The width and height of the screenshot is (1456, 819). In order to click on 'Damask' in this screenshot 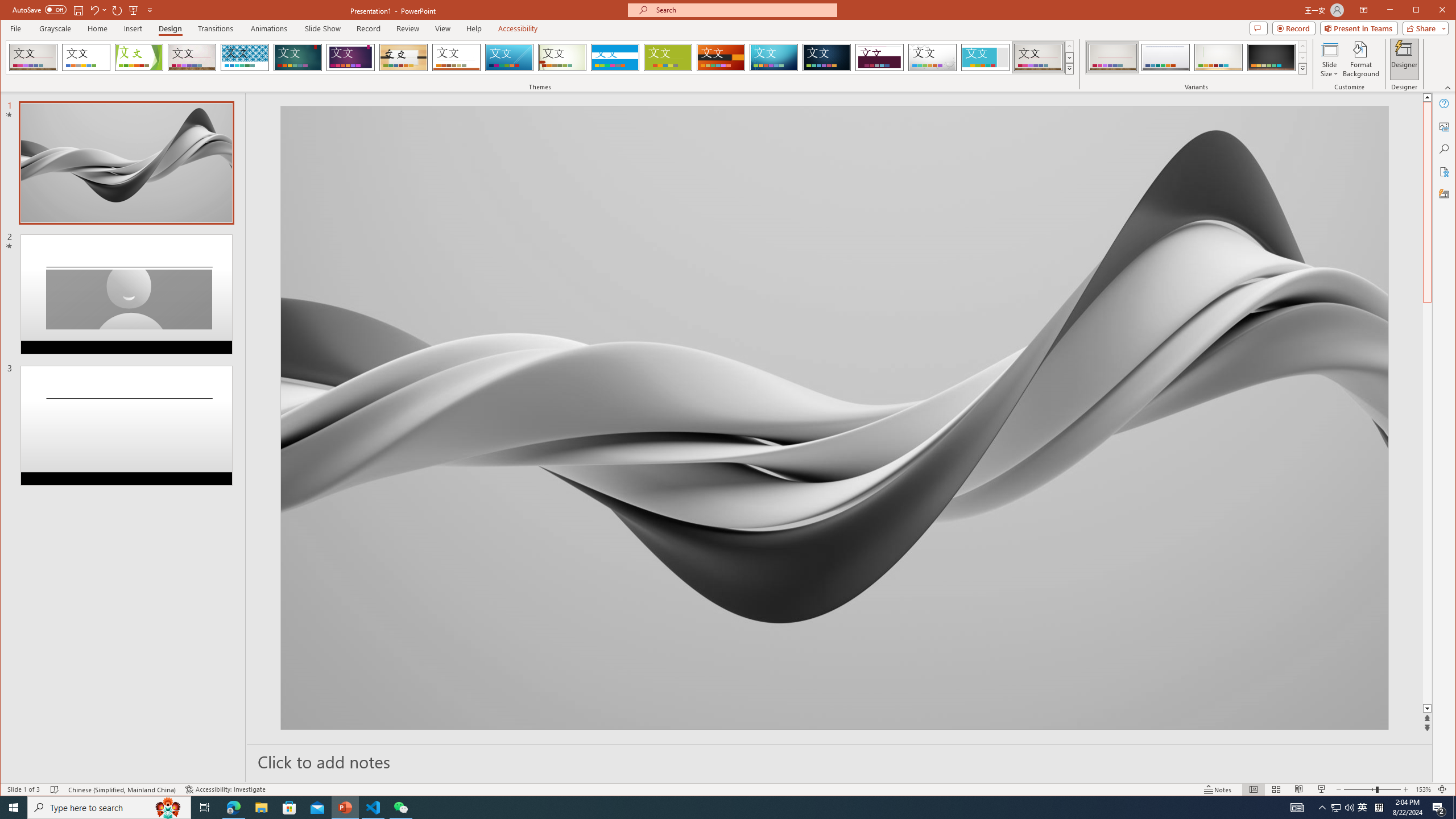, I will do `click(827, 57)`.